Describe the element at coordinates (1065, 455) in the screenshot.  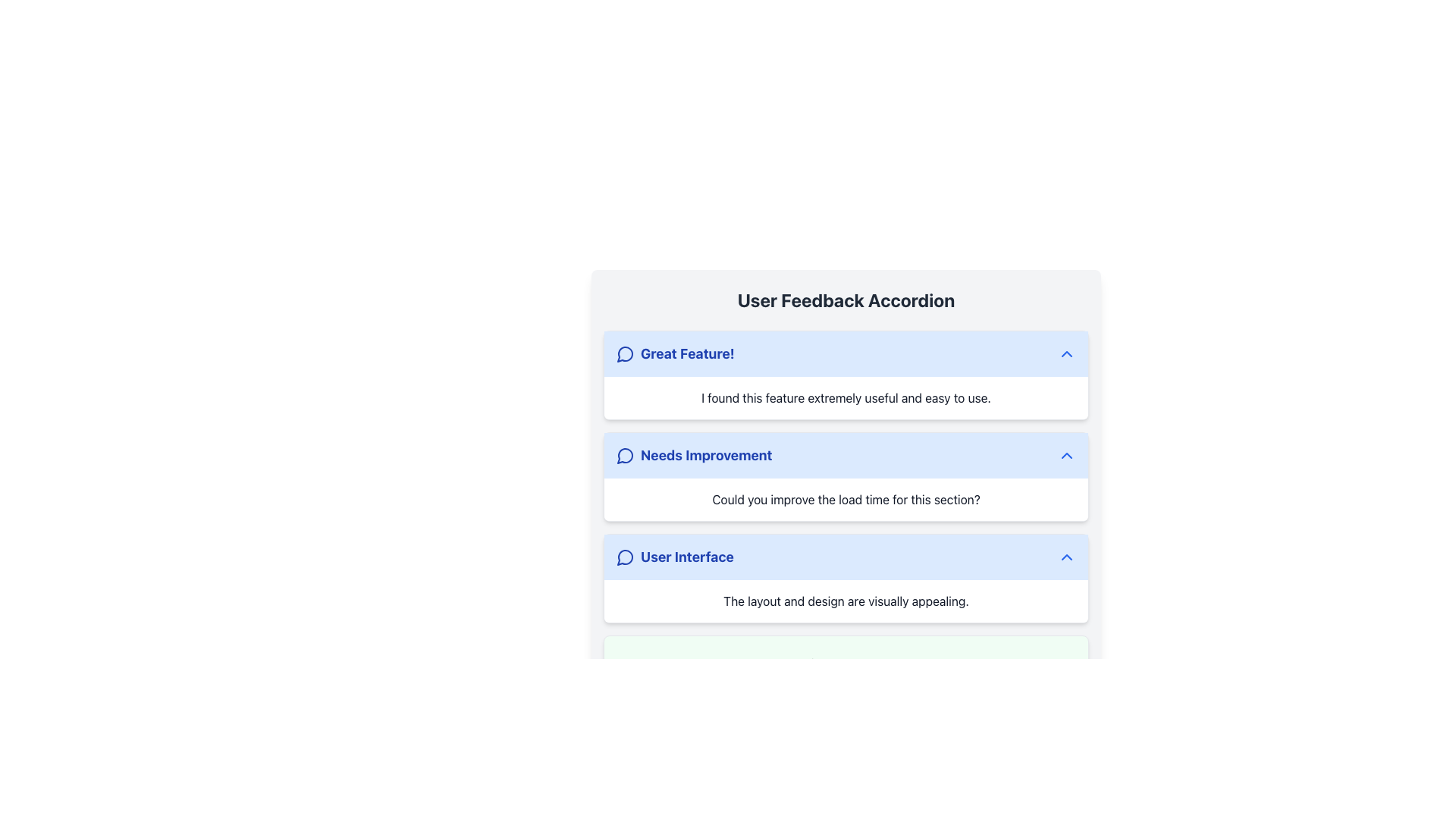
I see `the upward-pointing blue chevron icon located on the right side of the 'Needs Improvement' section header` at that location.